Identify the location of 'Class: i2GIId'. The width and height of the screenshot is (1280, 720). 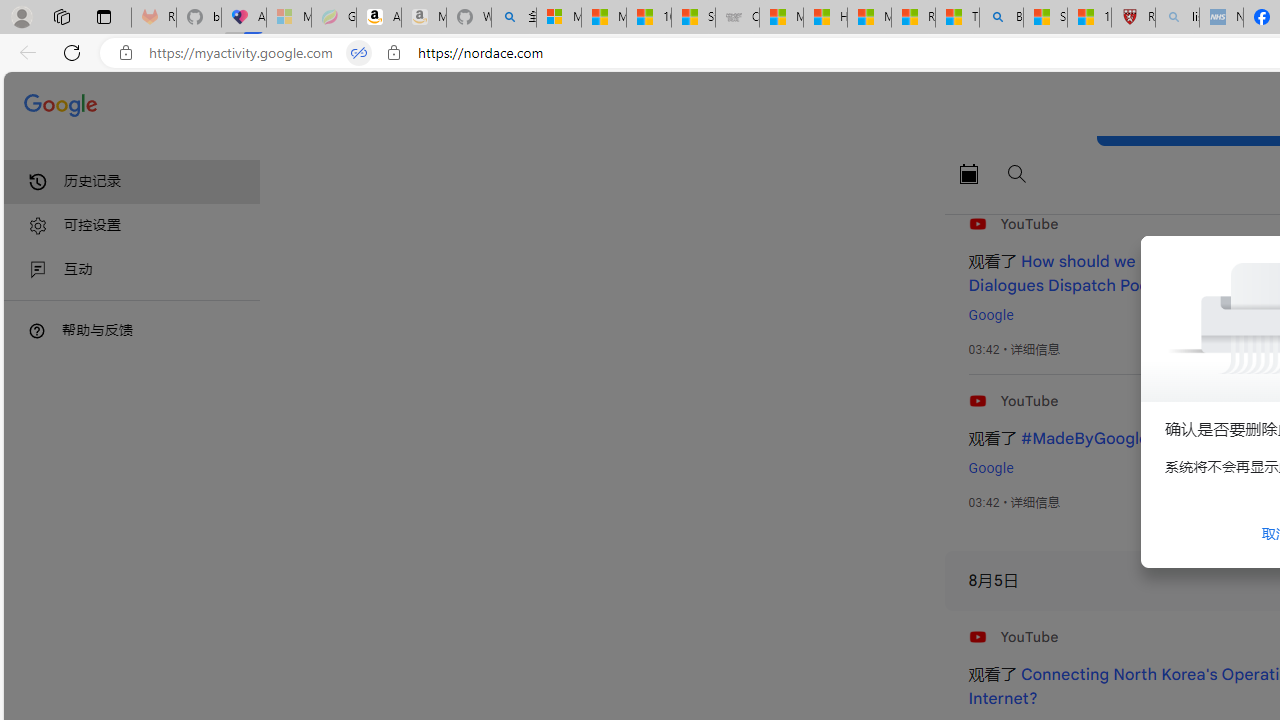
(38, 270).